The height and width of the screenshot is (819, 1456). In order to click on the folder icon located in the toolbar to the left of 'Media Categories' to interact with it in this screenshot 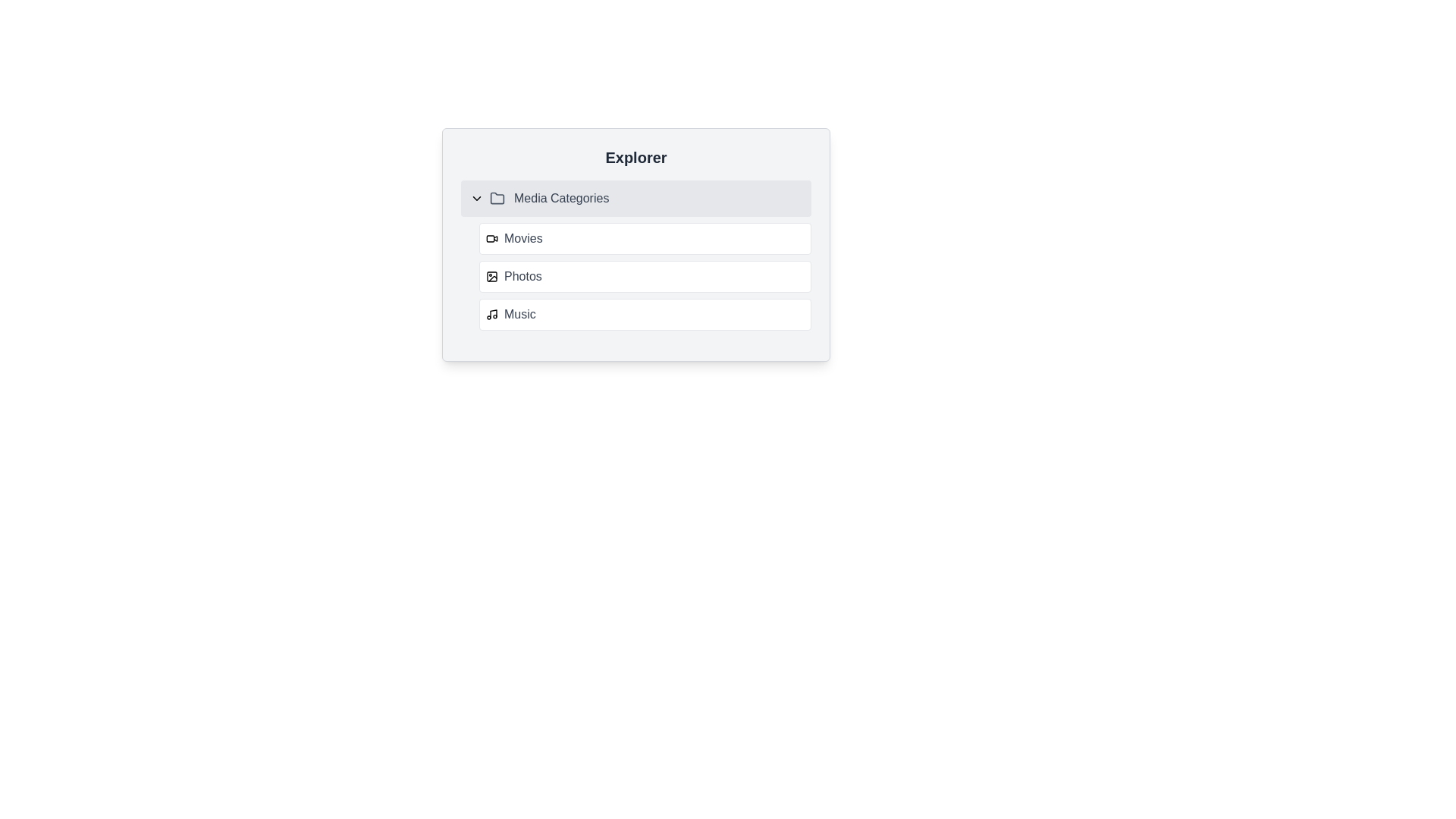, I will do `click(497, 197)`.